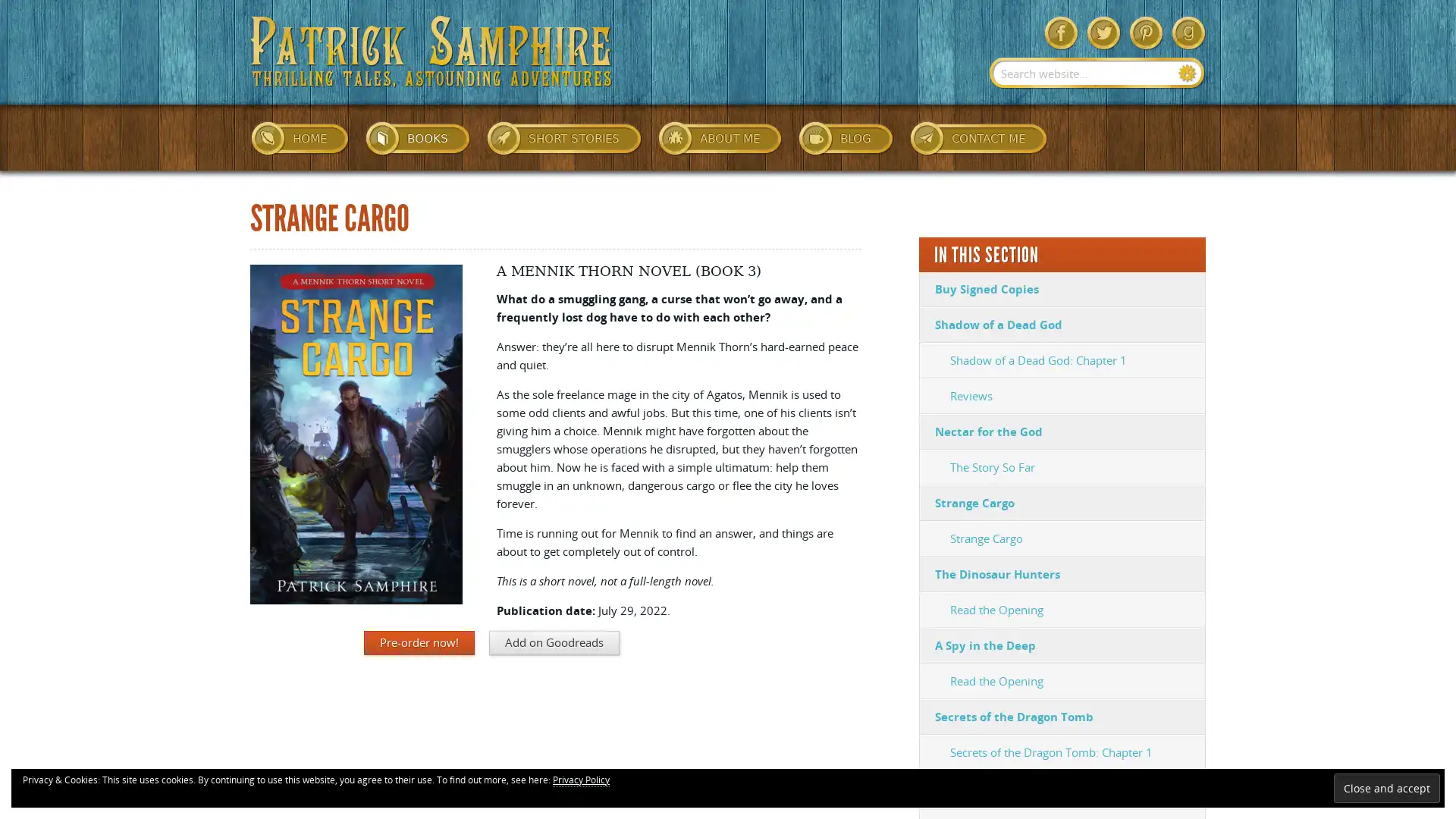 The height and width of the screenshot is (819, 1456). Describe the element at coordinates (1187, 73) in the screenshot. I see `Search` at that location.